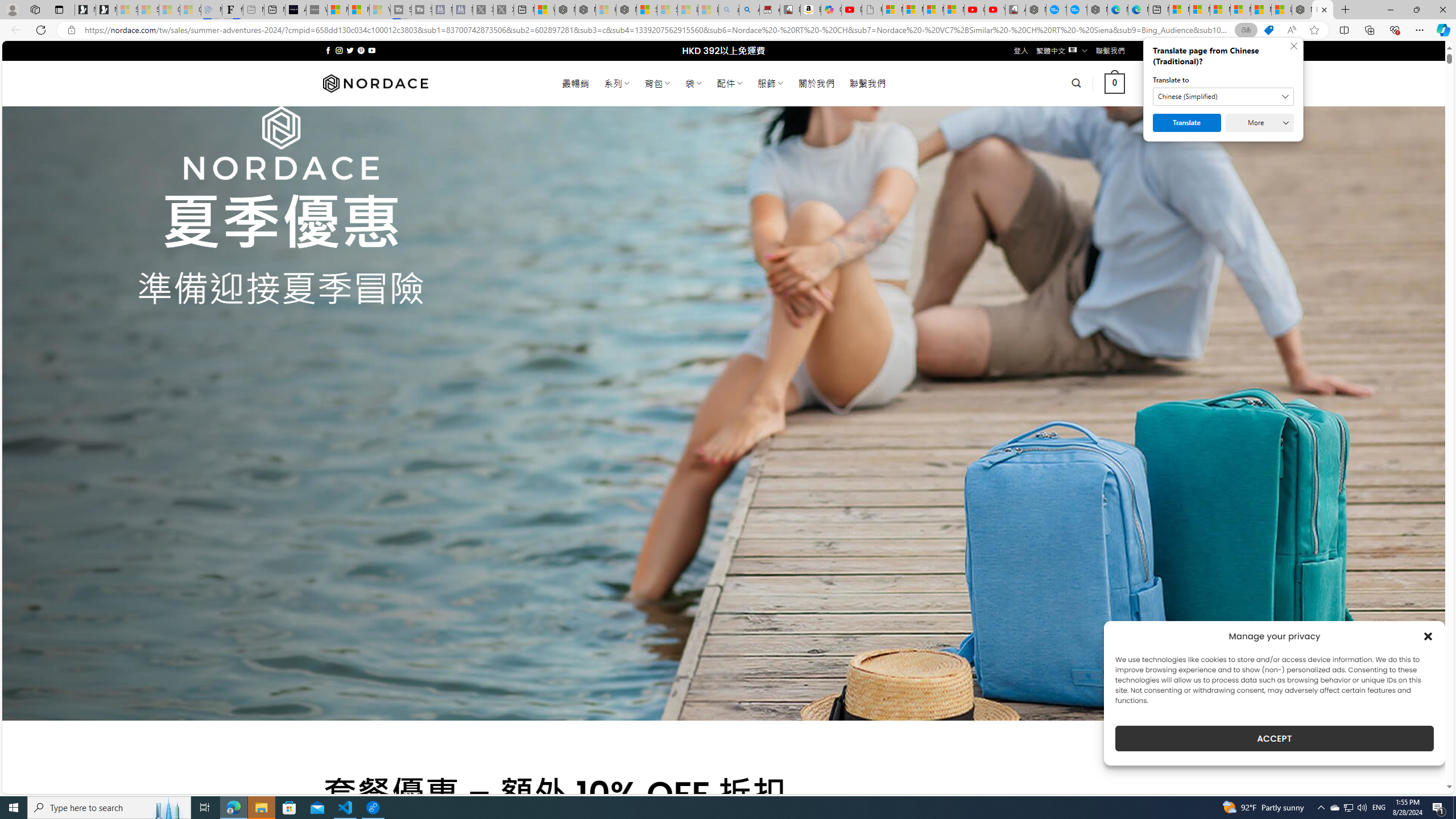 This screenshot has width=1456, height=819. What do you see at coordinates (328, 50) in the screenshot?
I see `'Follow on Facebook'` at bounding box center [328, 50].